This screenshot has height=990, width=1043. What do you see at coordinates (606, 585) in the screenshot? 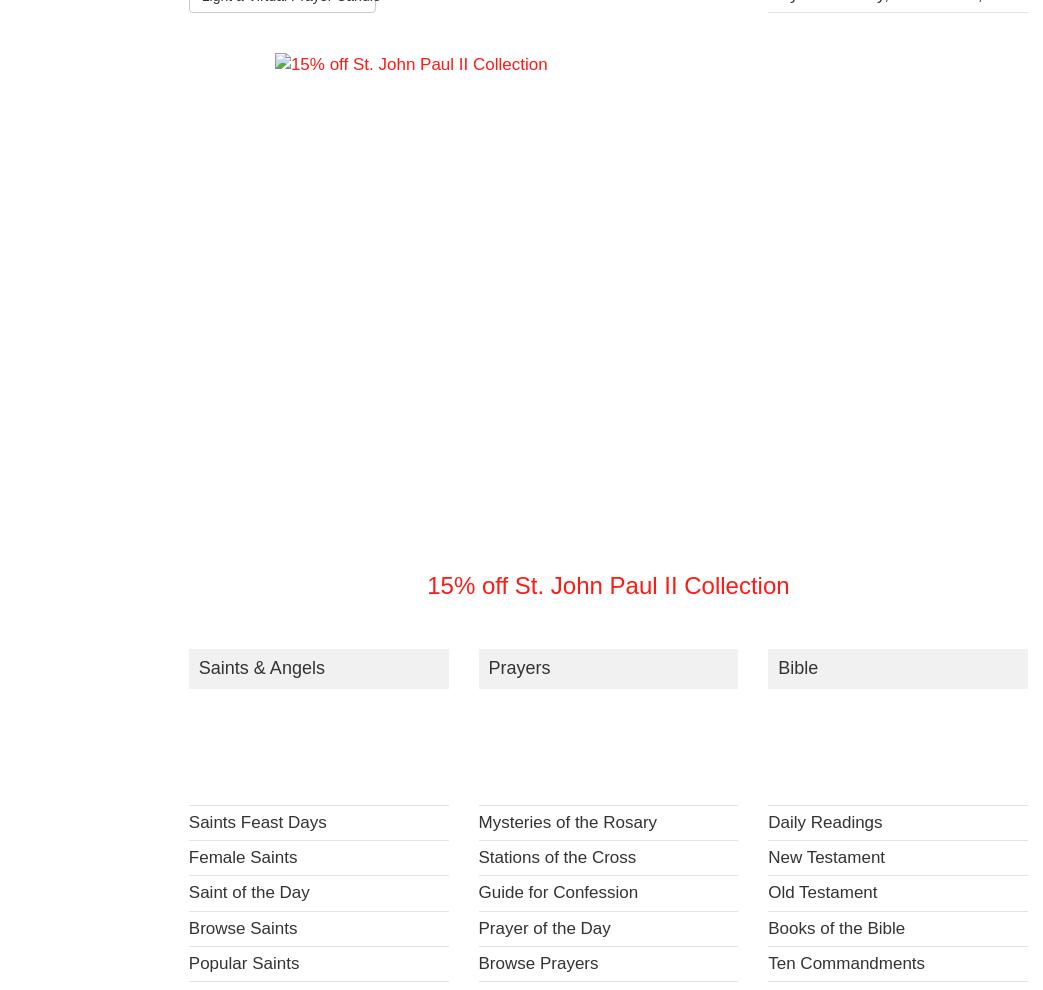
I see `'15% off St. John Paul II Collection'` at bounding box center [606, 585].